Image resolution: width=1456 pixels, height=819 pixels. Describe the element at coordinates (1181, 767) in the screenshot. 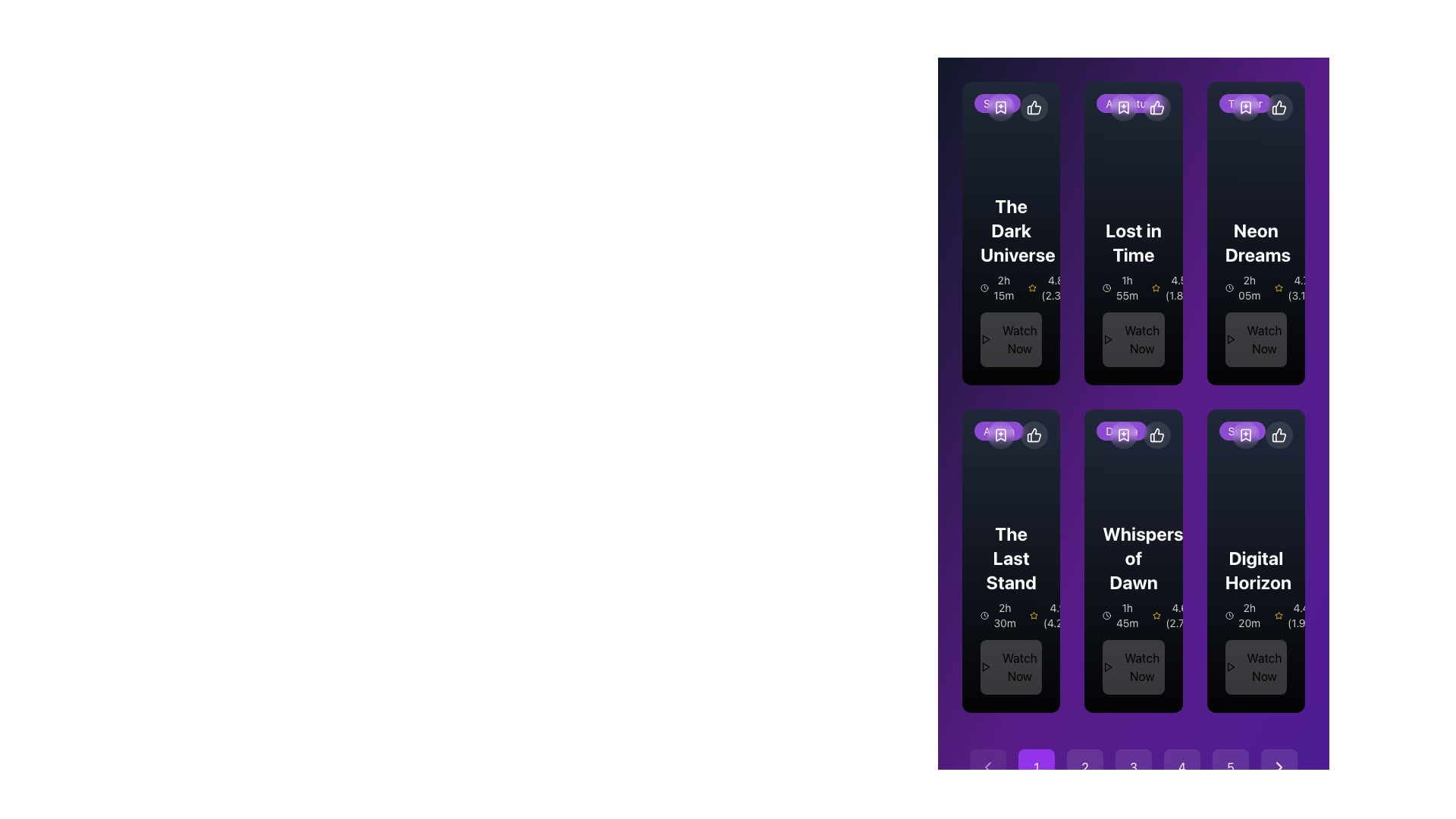

I see `the circular button displaying the number '4'` at that location.